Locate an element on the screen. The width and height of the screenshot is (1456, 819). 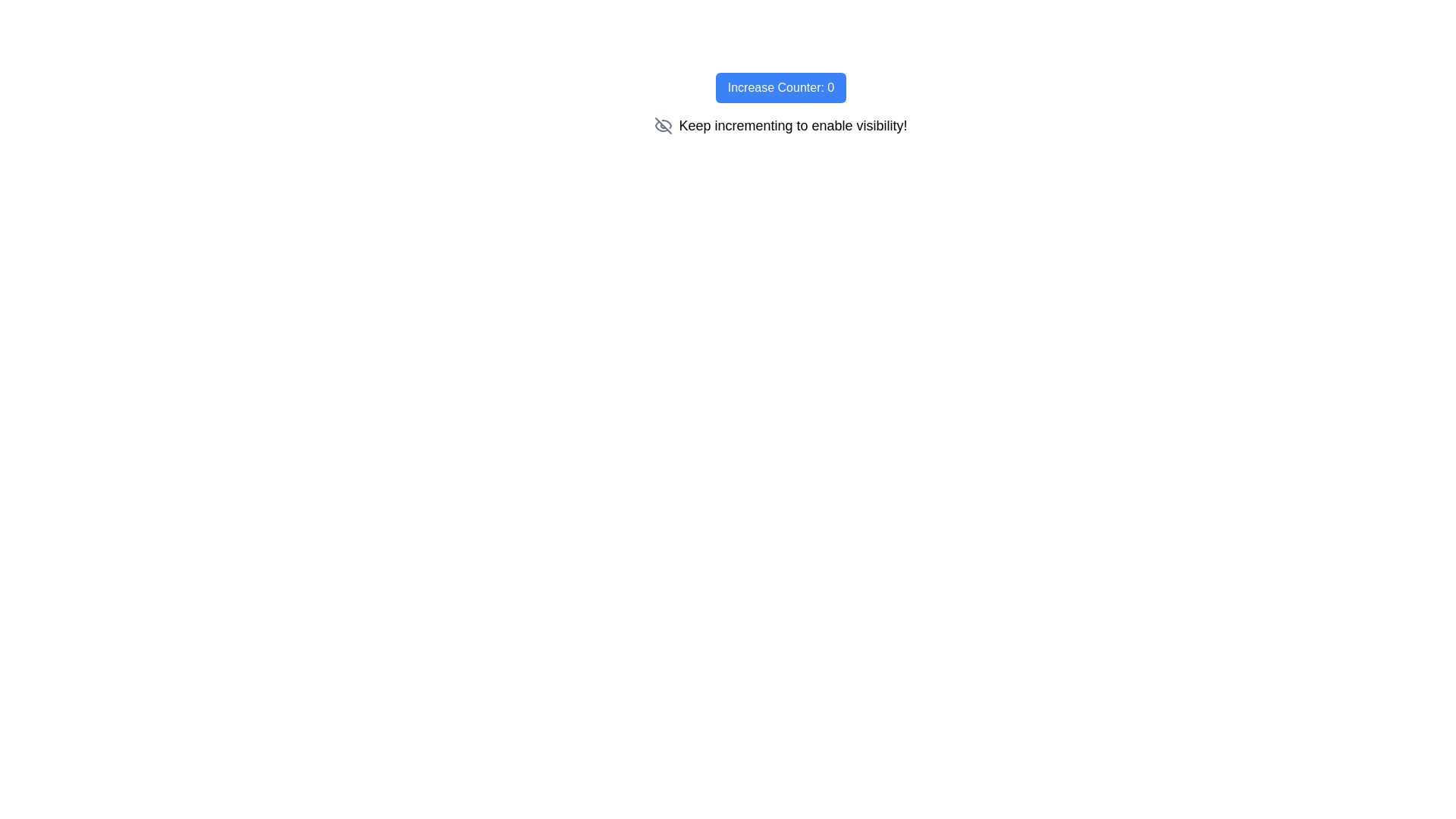
the eye-off icon, which indicates hidden content, located to the left of the text 'Keep incrementing is located at coordinates (664, 124).